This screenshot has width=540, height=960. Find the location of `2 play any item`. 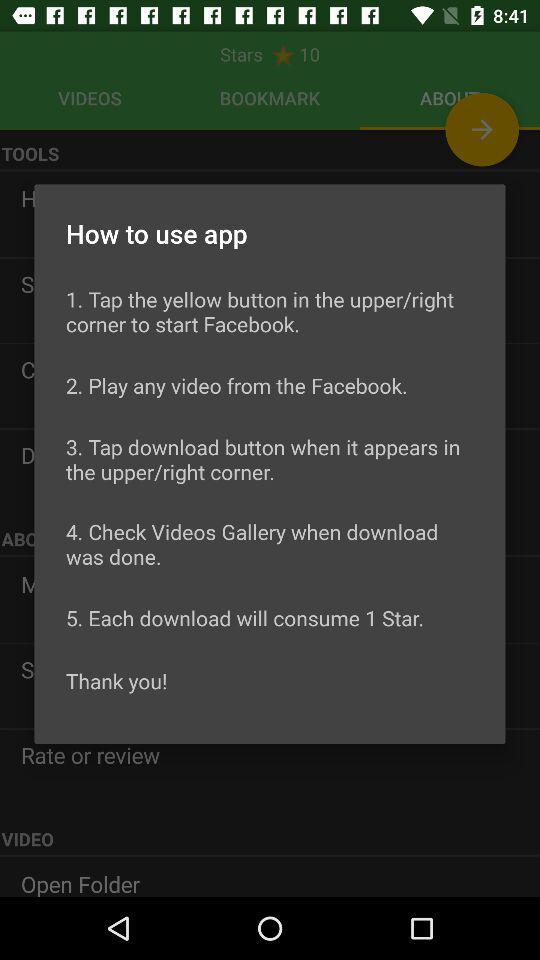

2 play any item is located at coordinates (235, 384).